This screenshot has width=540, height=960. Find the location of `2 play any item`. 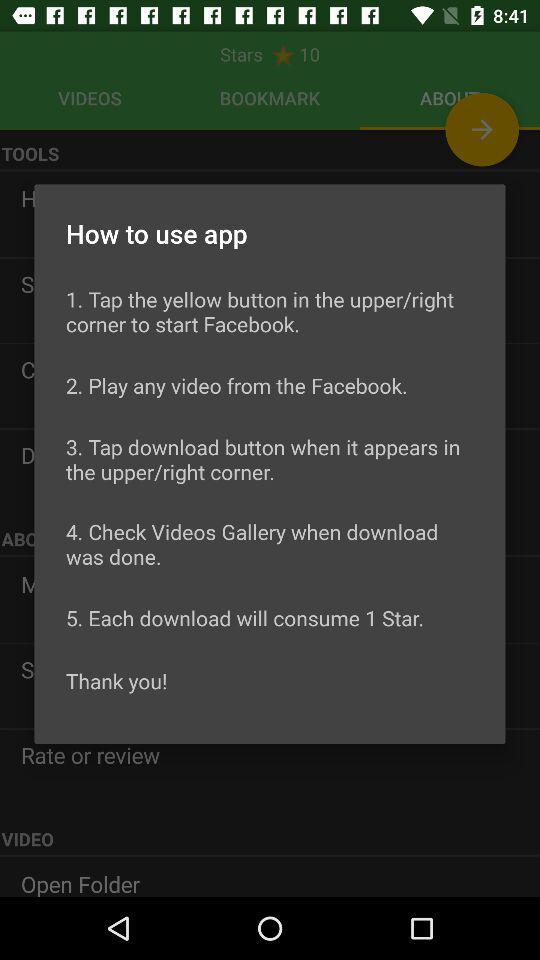

2 play any item is located at coordinates (235, 384).